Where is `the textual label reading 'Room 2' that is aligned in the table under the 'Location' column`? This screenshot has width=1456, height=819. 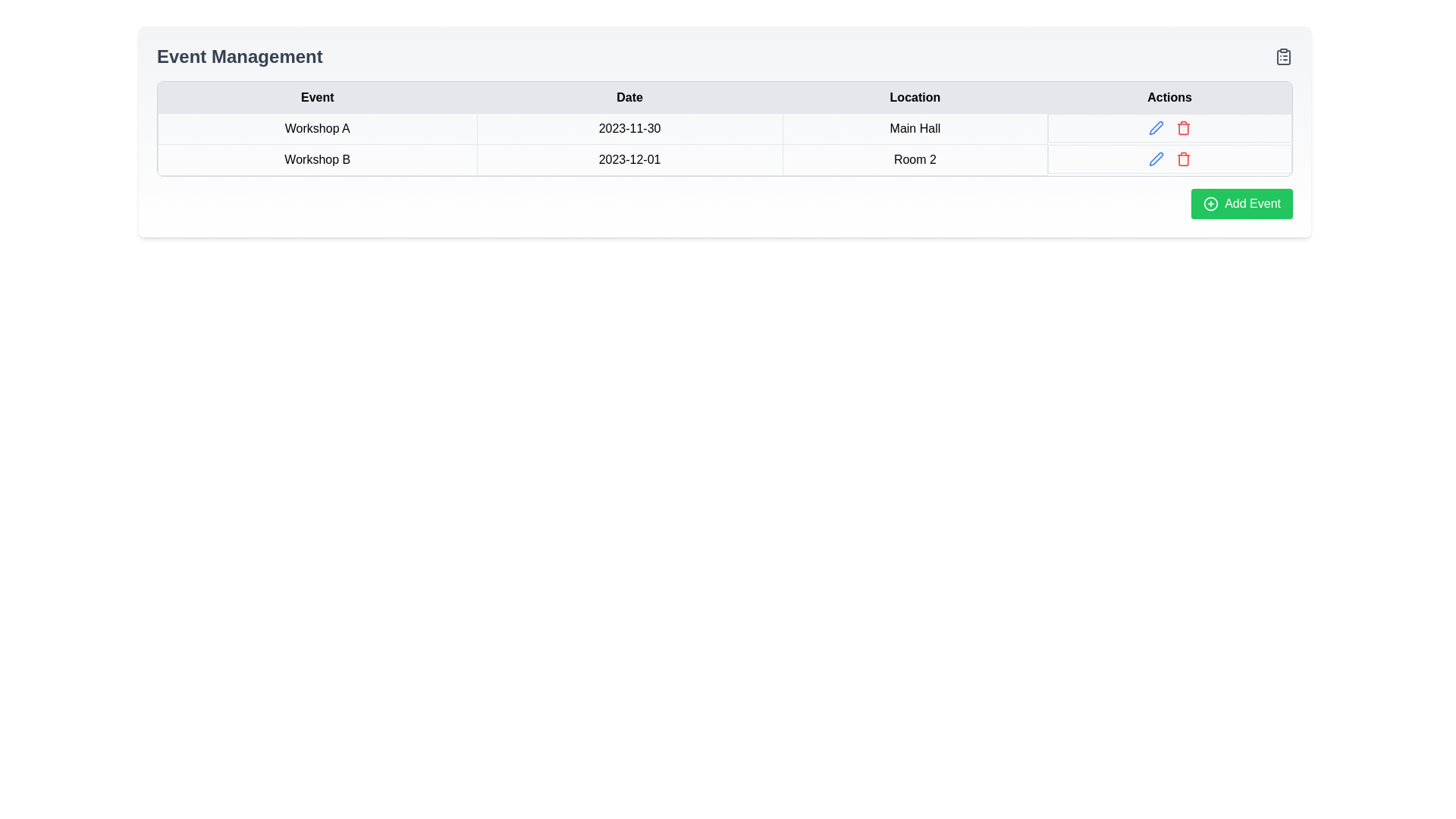 the textual label reading 'Room 2' that is aligned in the table under the 'Location' column is located at coordinates (914, 160).